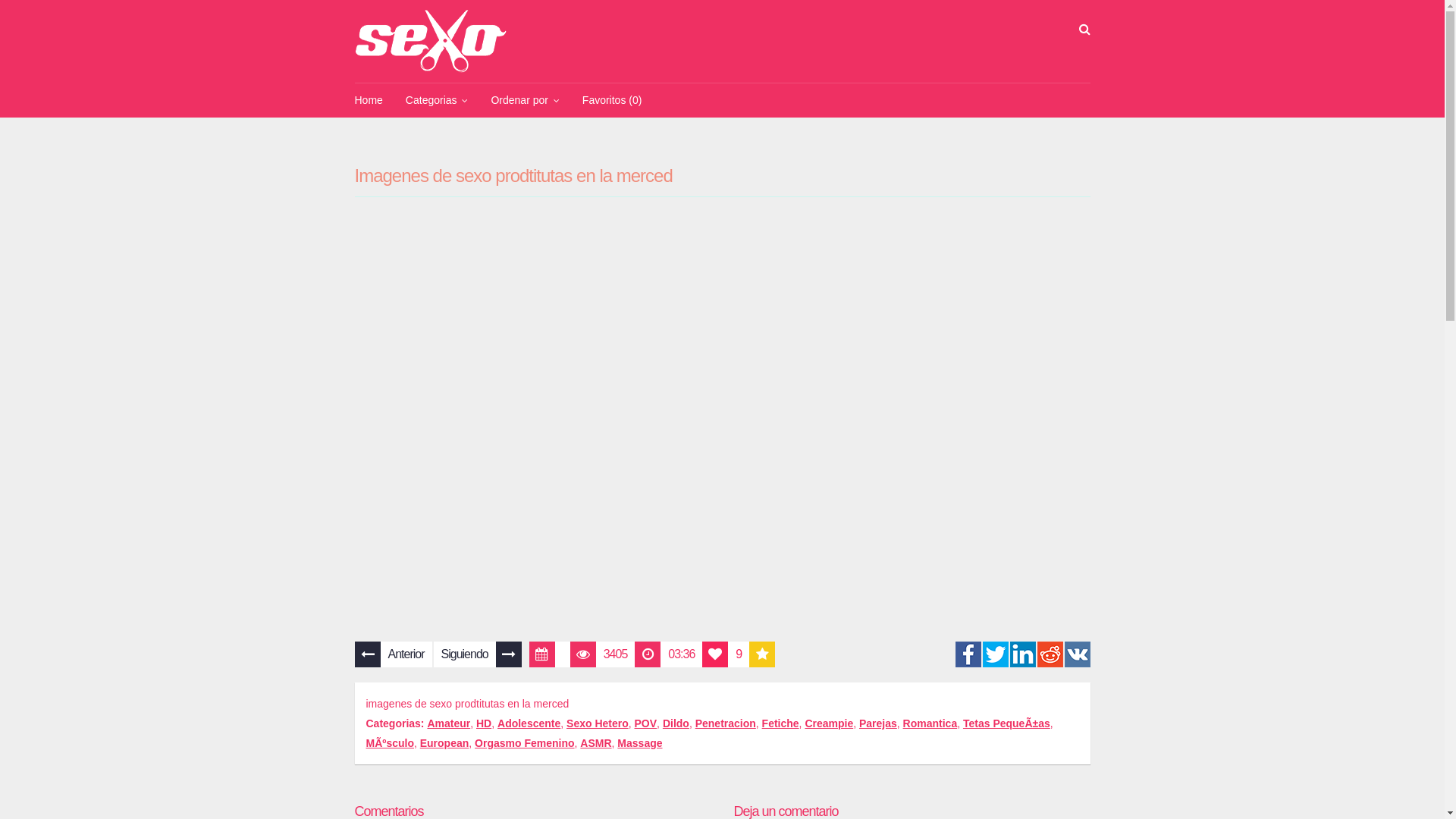  Describe the element at coordinates (393, 654) in the screenshot. I see `'Anterior'` at that location.